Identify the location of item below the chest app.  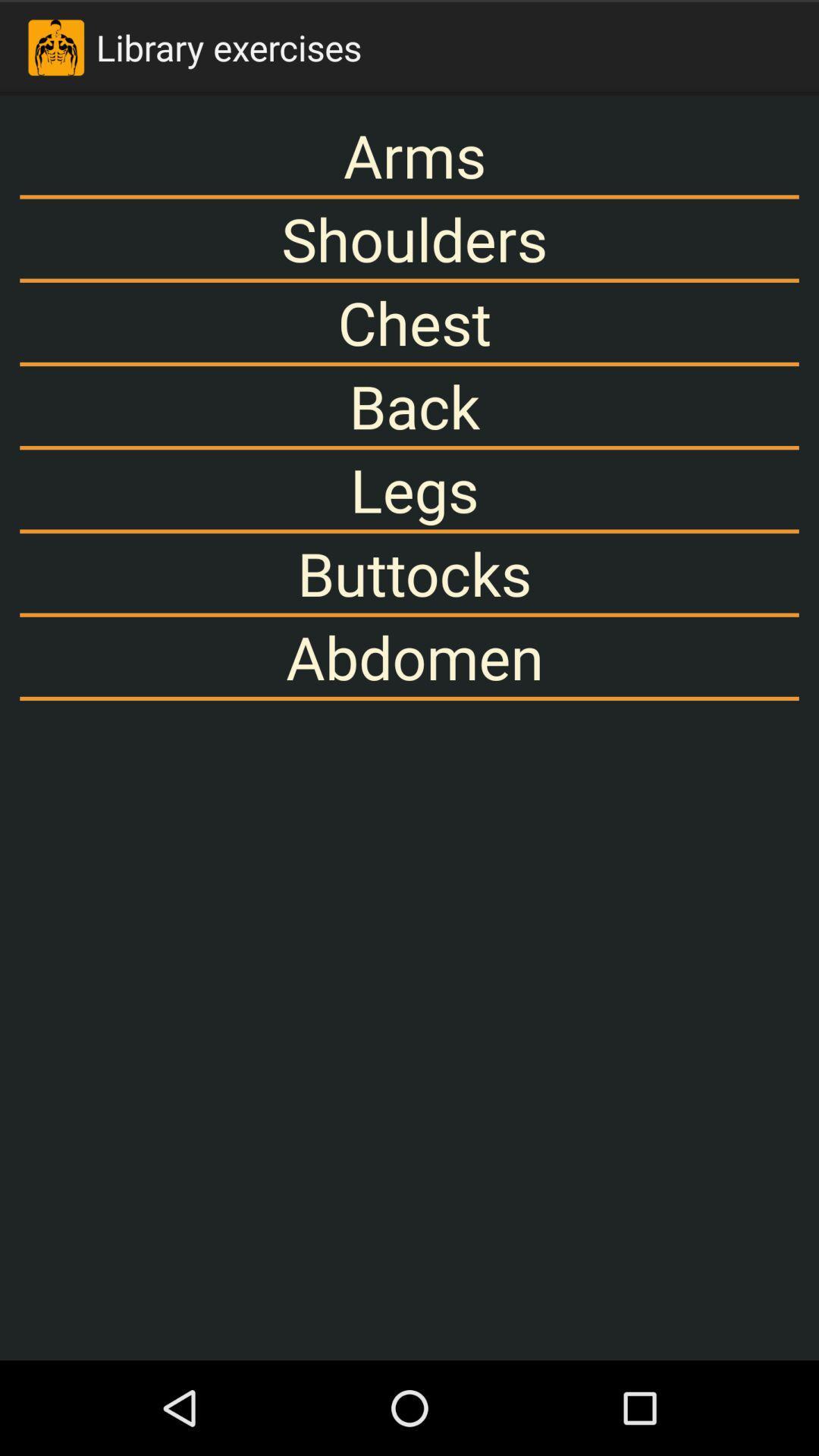
(409, 406).